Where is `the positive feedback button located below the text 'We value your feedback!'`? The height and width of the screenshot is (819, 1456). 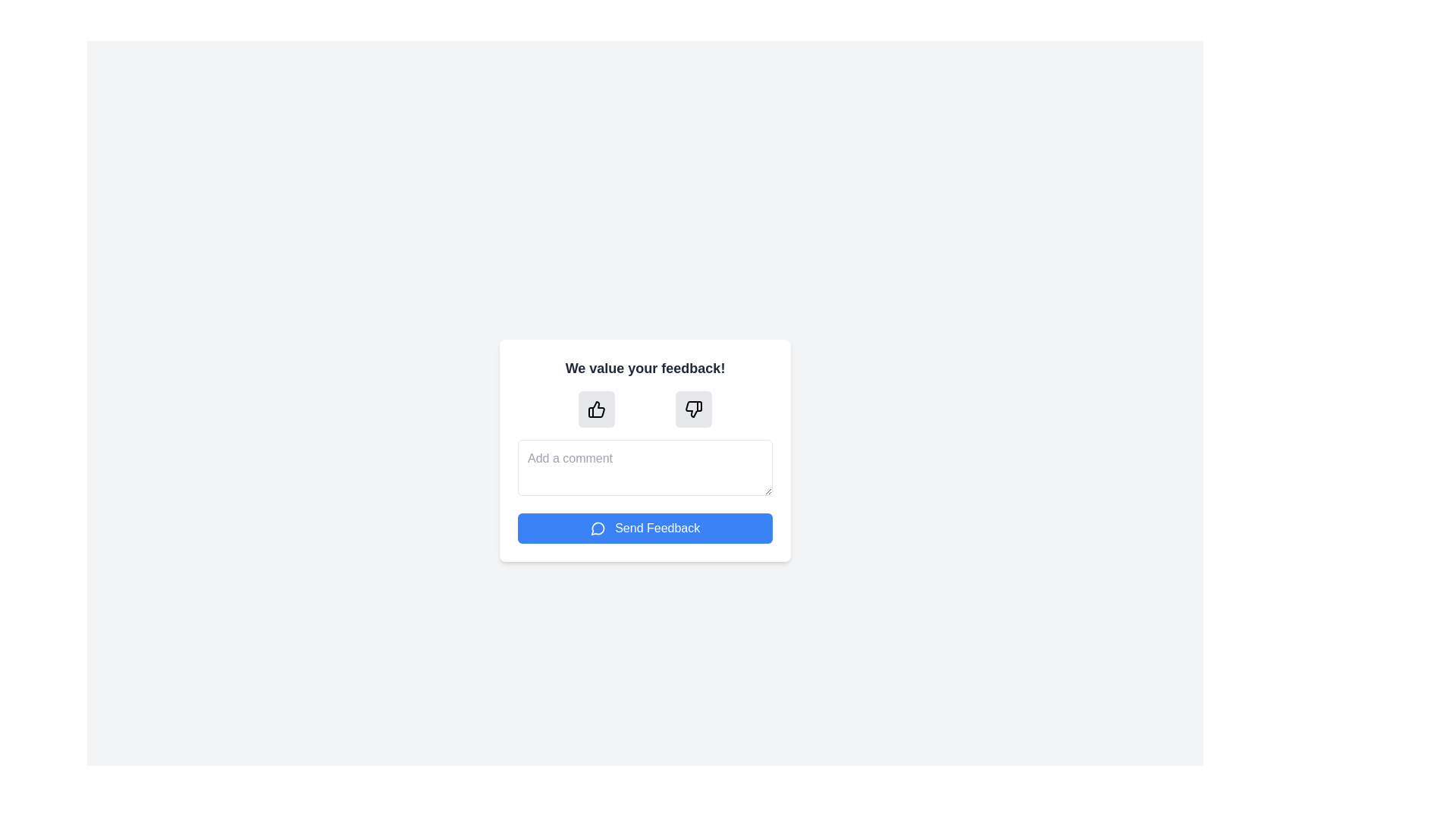 the positive feedback button located below the text 'We value your feedback!' is located at coordinates (596, 408).